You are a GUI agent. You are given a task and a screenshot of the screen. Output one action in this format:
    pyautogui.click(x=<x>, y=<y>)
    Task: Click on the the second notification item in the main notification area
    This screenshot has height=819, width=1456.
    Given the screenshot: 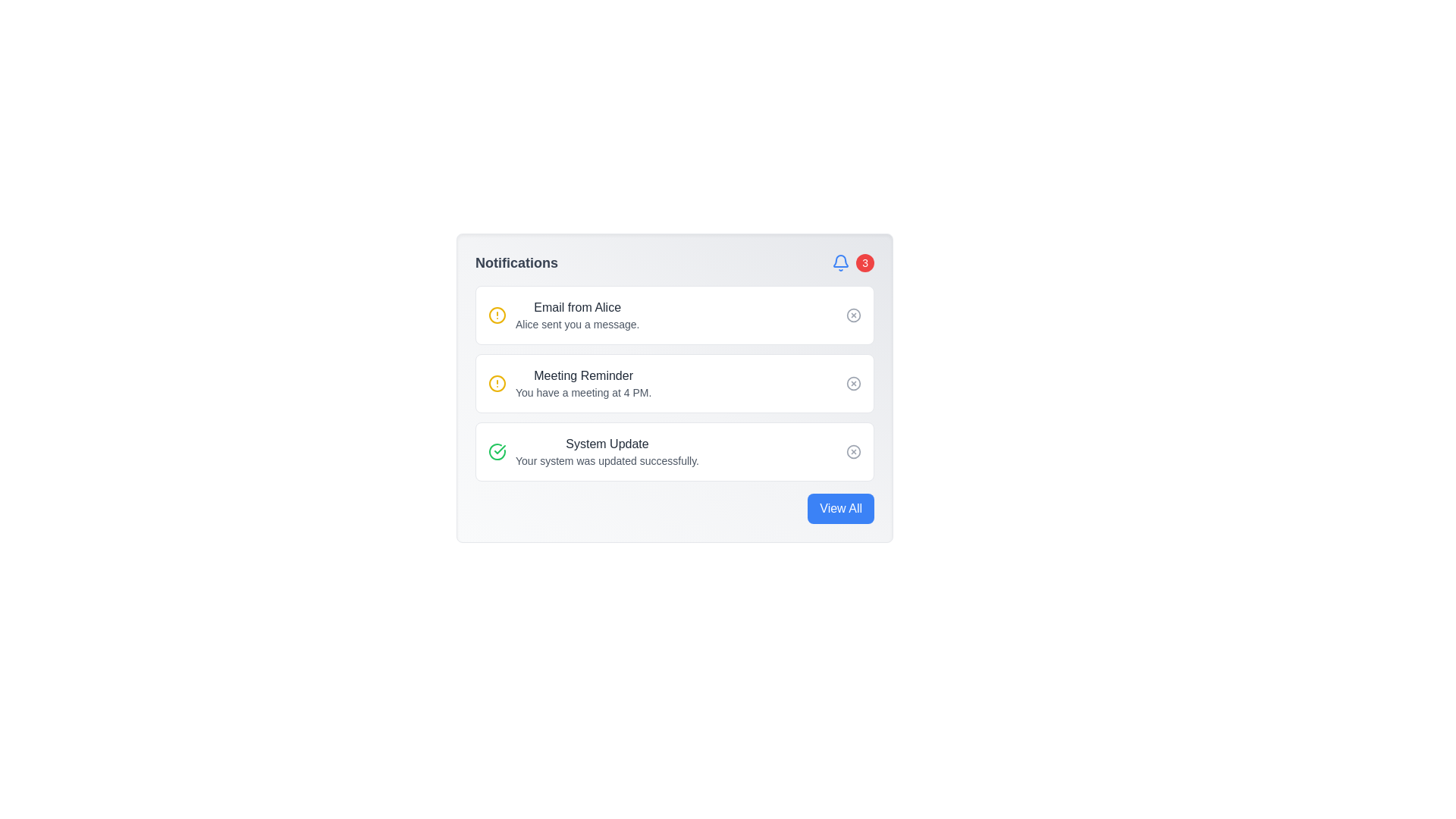 What is the action you would take?
    pyautogui.click(x=569, y=382)
    